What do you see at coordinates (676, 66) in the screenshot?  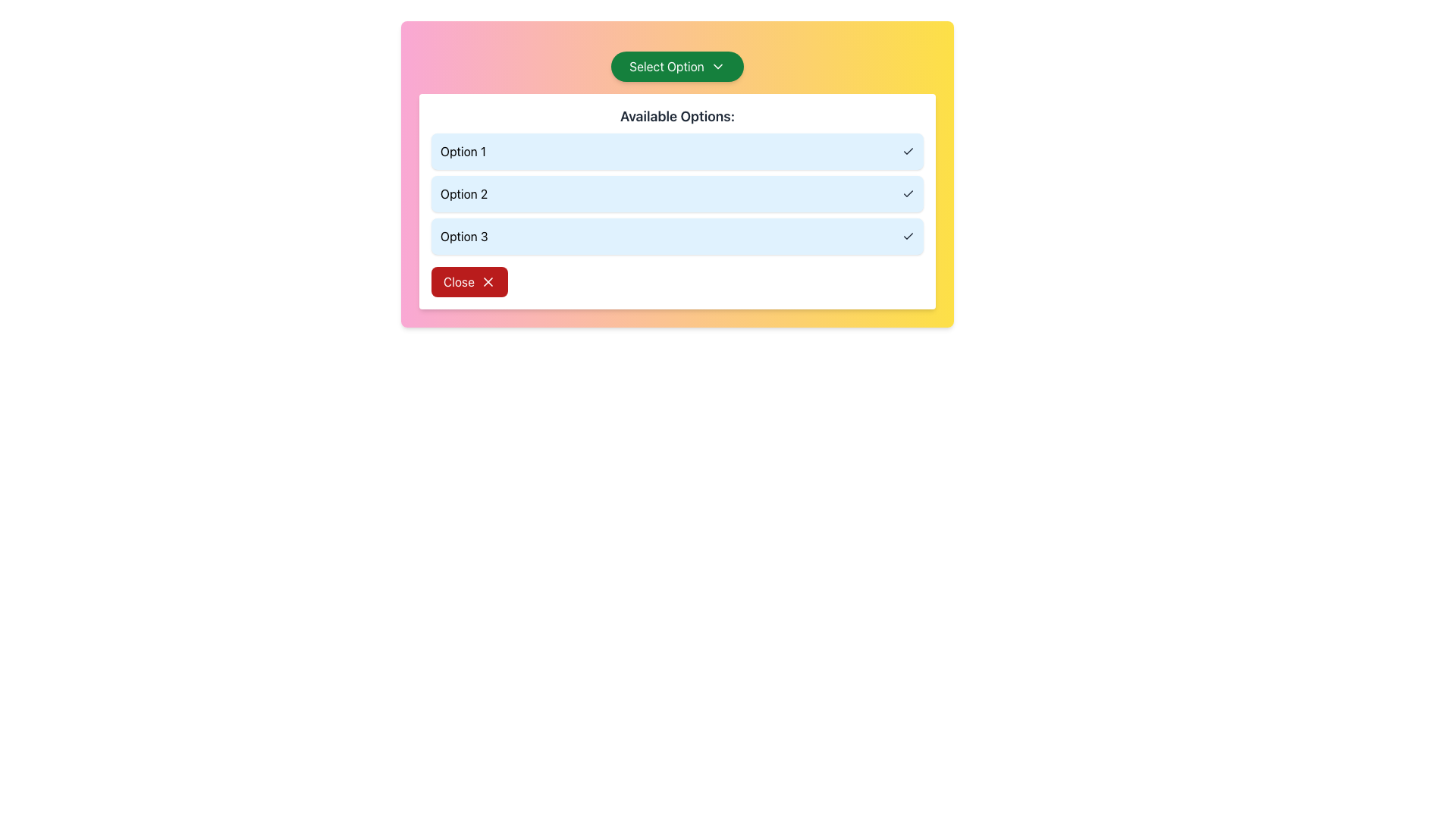 I see `the green button labeled 'Select Option' with a downward arrow icon` at bounding box center [676, 66].